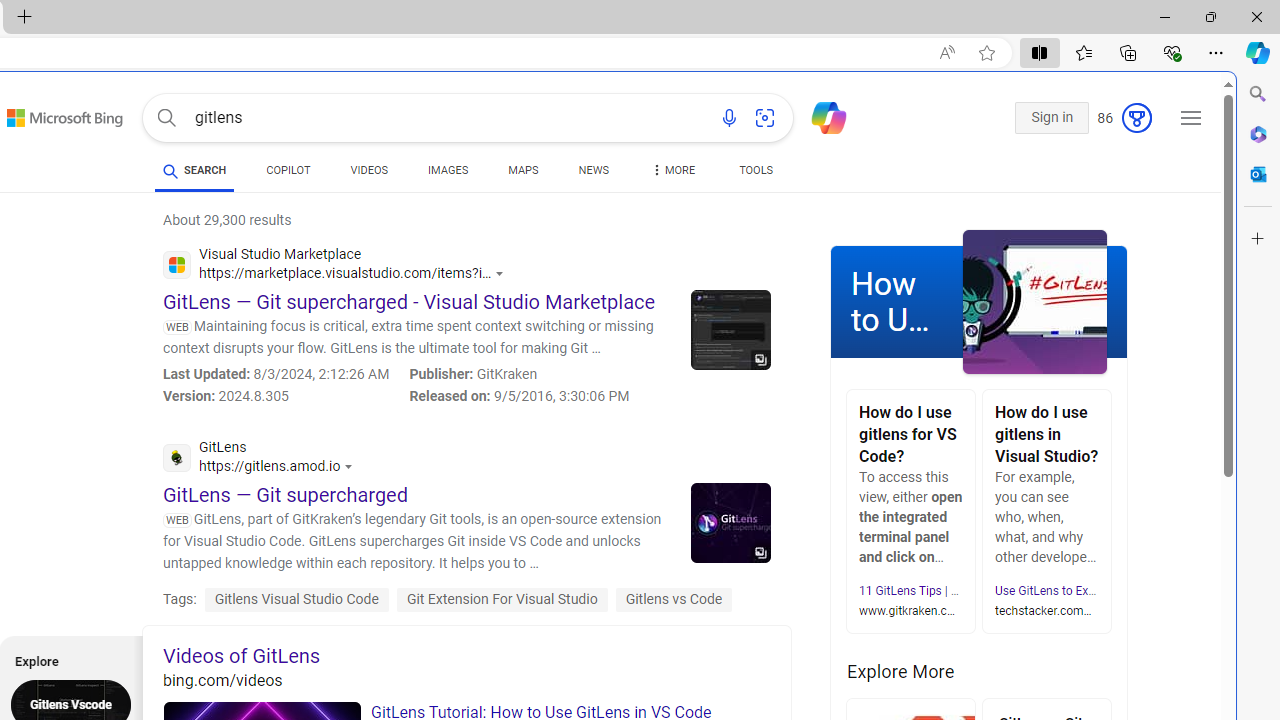 The width and height of the screenshot is (1280, 720). What do you see at coordinates (764, 118) in the screenshot?
I see `'Search using an image'` at bounding box center [764, 118].